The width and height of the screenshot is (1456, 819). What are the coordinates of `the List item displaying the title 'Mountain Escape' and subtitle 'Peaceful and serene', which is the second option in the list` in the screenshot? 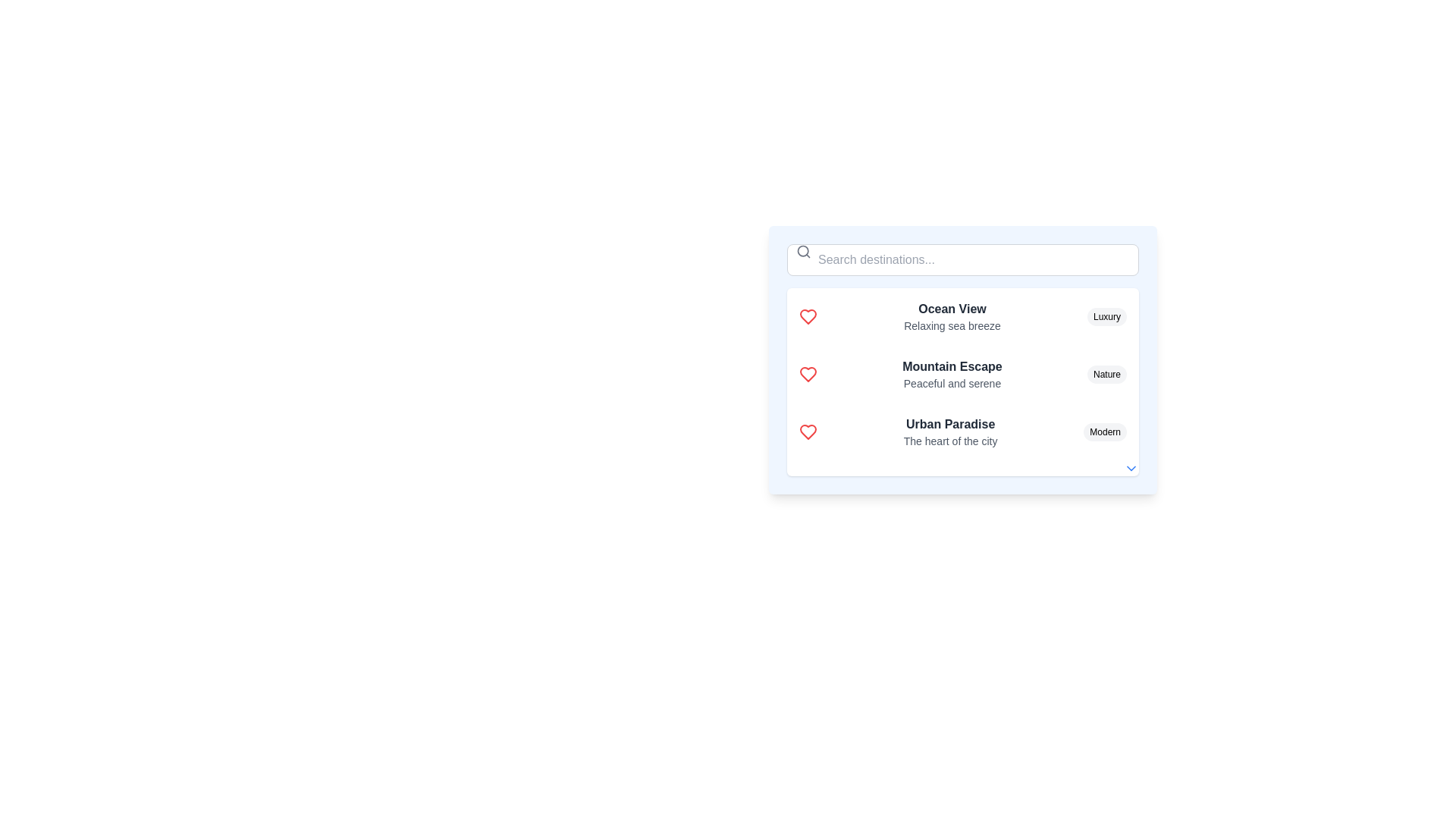 It's located at (962, 374).